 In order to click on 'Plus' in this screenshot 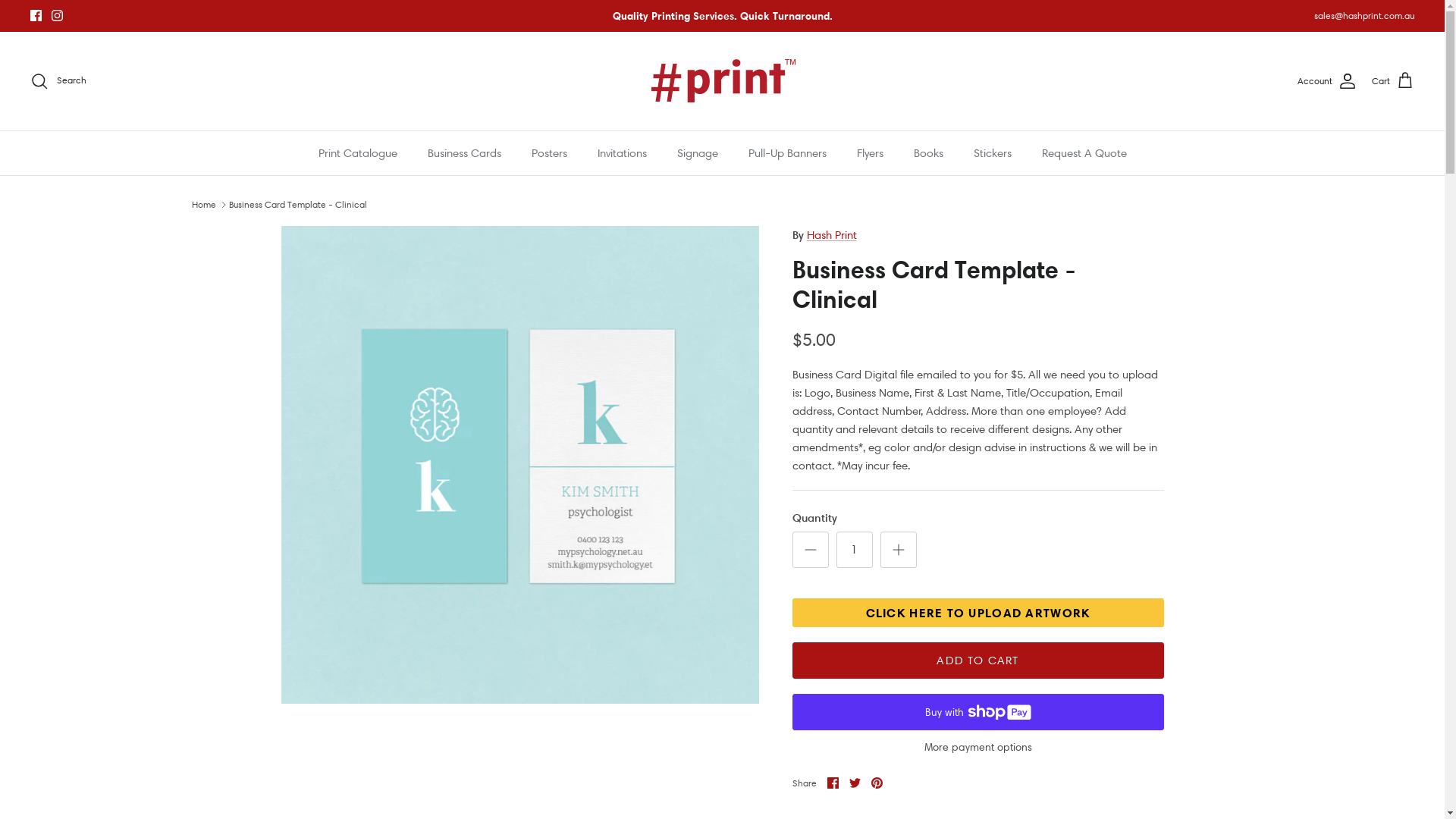, I will do `click(898, 550)`.